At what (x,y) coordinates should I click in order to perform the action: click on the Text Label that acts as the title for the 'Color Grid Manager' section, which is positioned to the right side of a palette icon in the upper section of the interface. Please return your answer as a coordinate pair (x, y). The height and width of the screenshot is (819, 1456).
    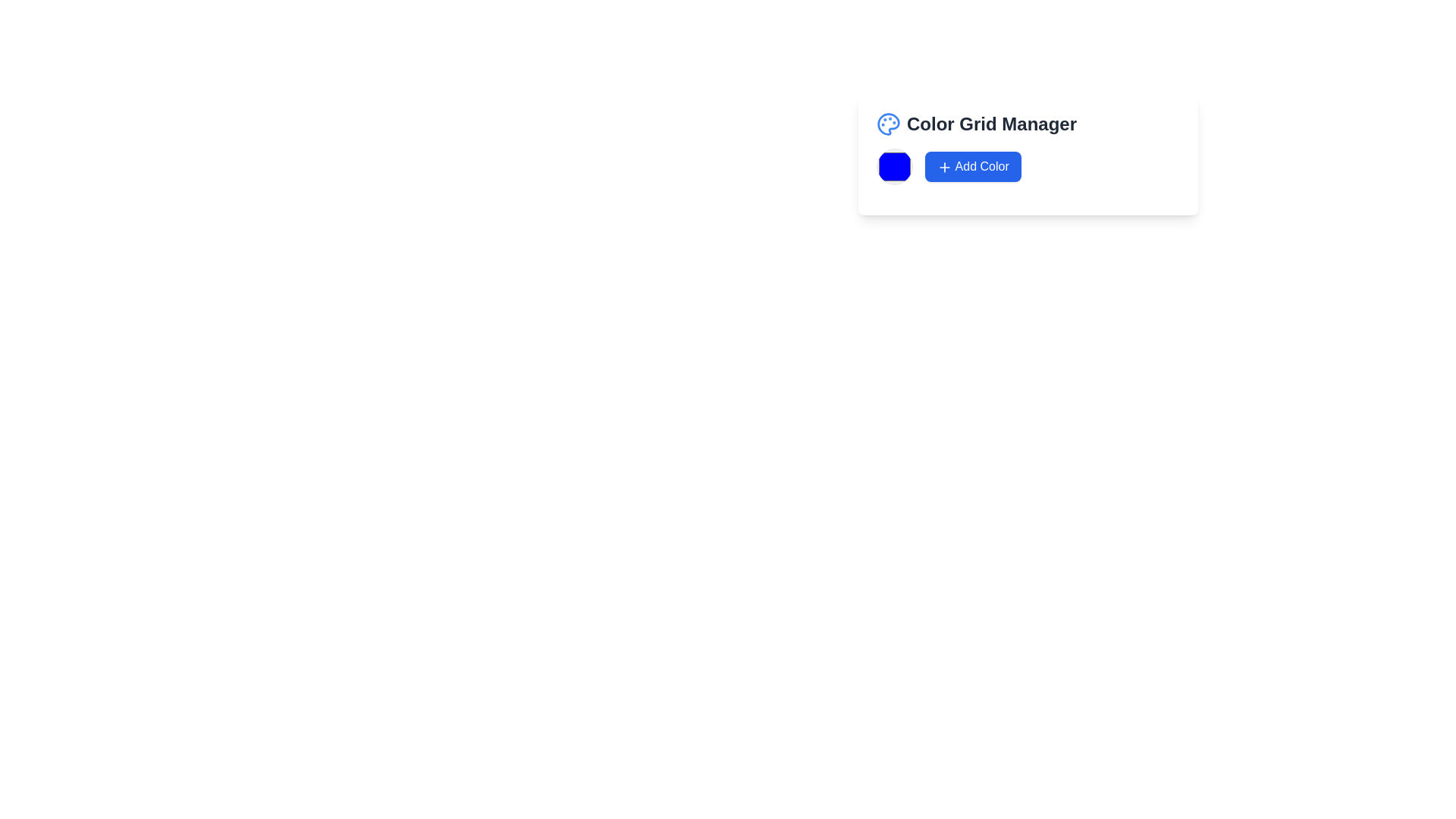
    Looking at the image, I should click on (992, 124).